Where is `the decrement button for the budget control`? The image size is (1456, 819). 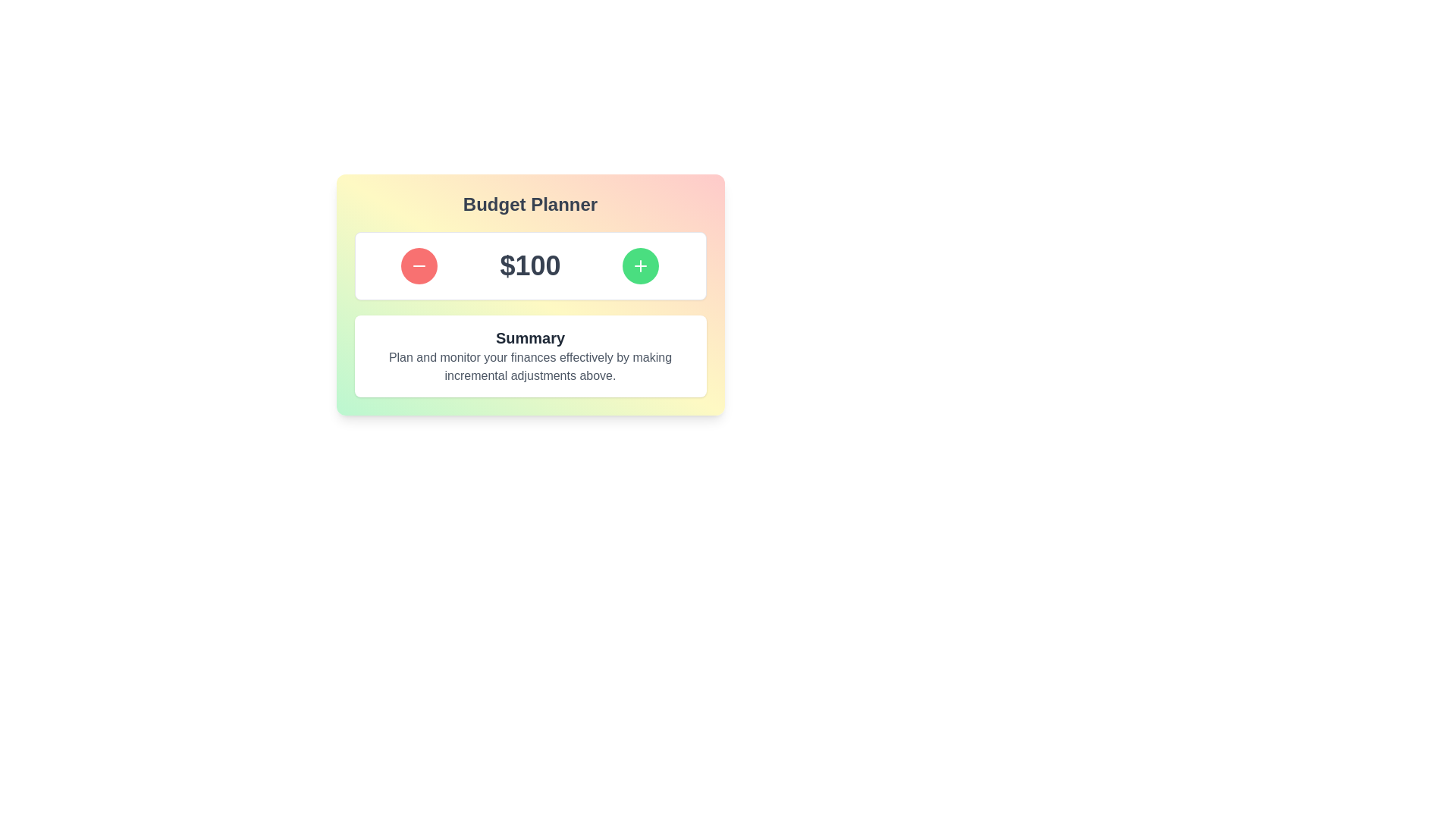 the decrement button for the budget control is located at coordinates (419, 265).